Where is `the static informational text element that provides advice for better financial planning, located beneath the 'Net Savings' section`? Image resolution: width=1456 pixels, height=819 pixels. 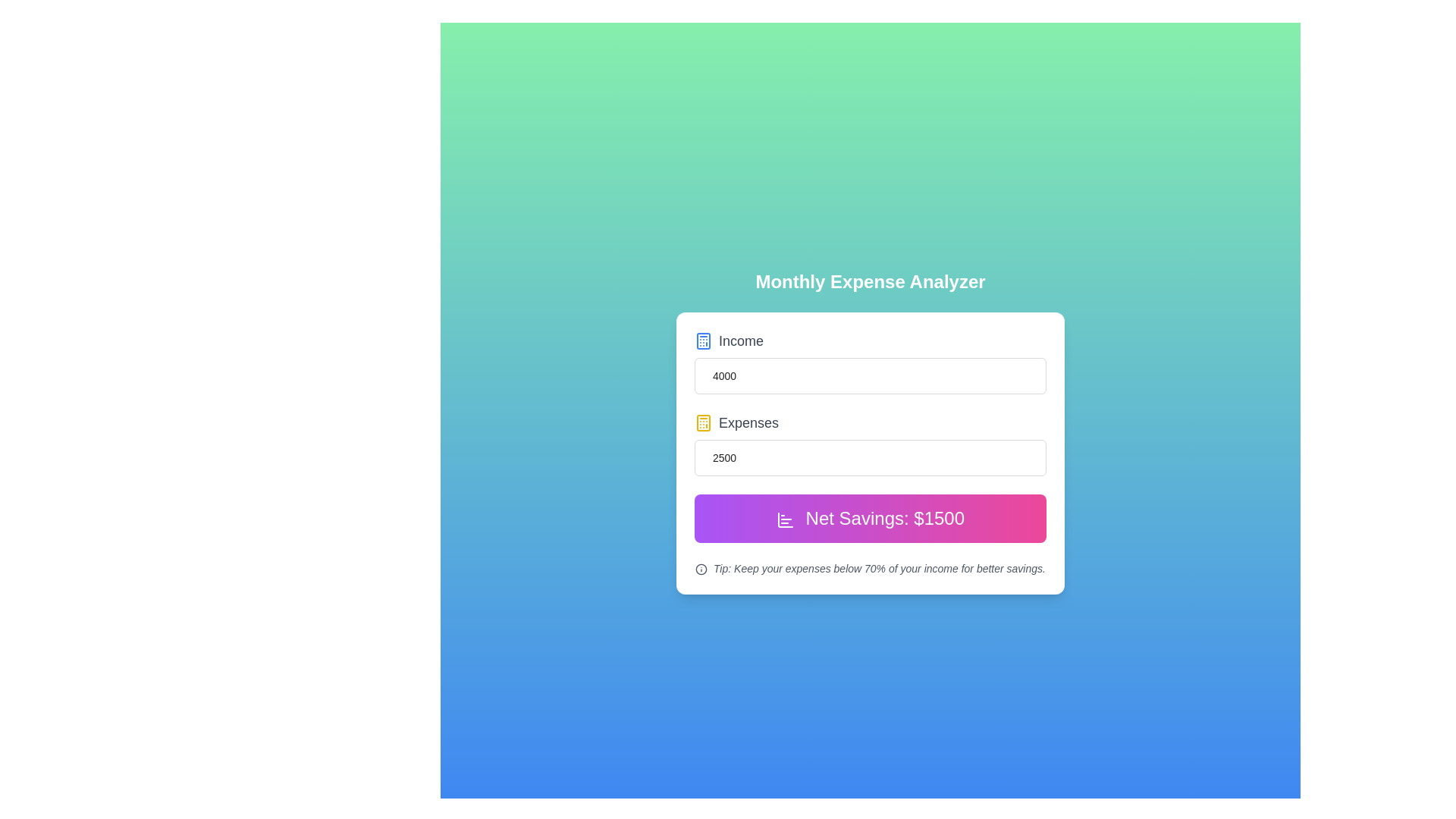
the static informational text element that provides advice for better financial planning, located beneath the 'Net Savings' section is located at coordinates (870, 568).